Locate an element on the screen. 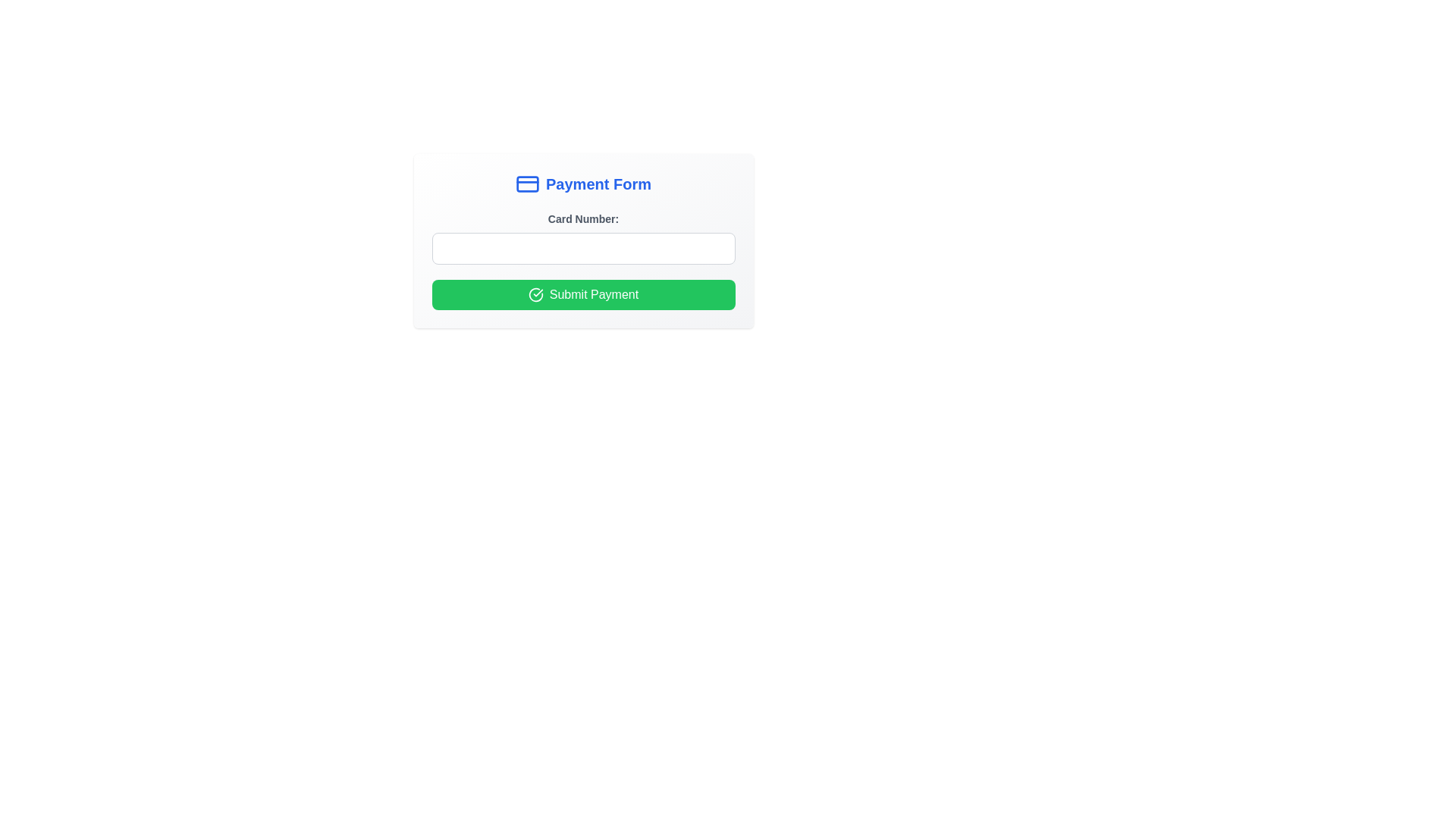 Image resolution: width=1456 pixels, height=819 pixels. the payment submission button located at the bottom of the 'Payment Form', below the 'Card Number' label and input field is located at coordinates (582, 295).